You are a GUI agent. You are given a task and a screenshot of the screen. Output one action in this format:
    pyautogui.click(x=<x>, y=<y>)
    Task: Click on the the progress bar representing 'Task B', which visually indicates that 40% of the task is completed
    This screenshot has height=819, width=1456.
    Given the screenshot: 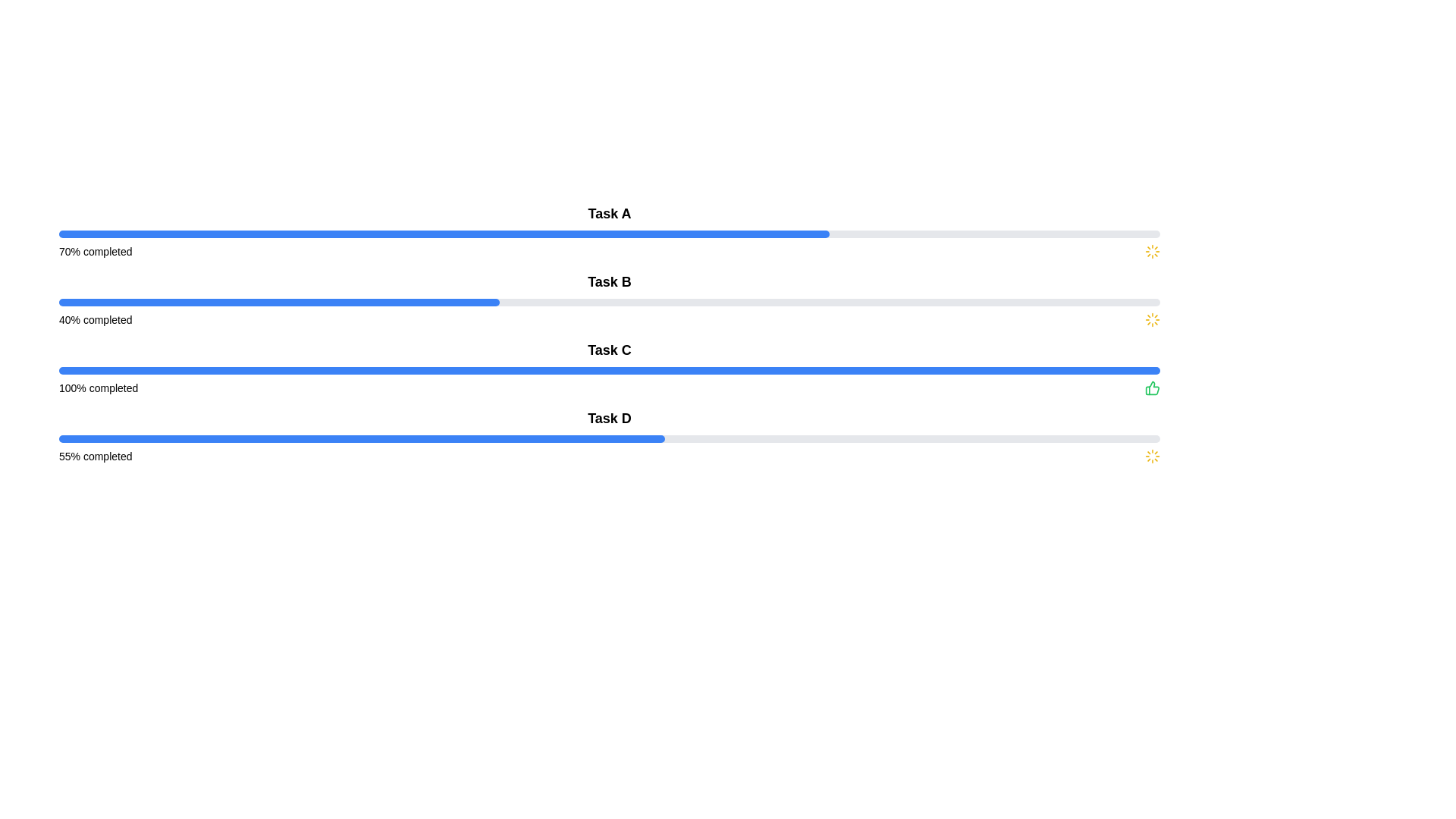 What is the action you would take?
    pyautogui.click(x=610, y=302)
    